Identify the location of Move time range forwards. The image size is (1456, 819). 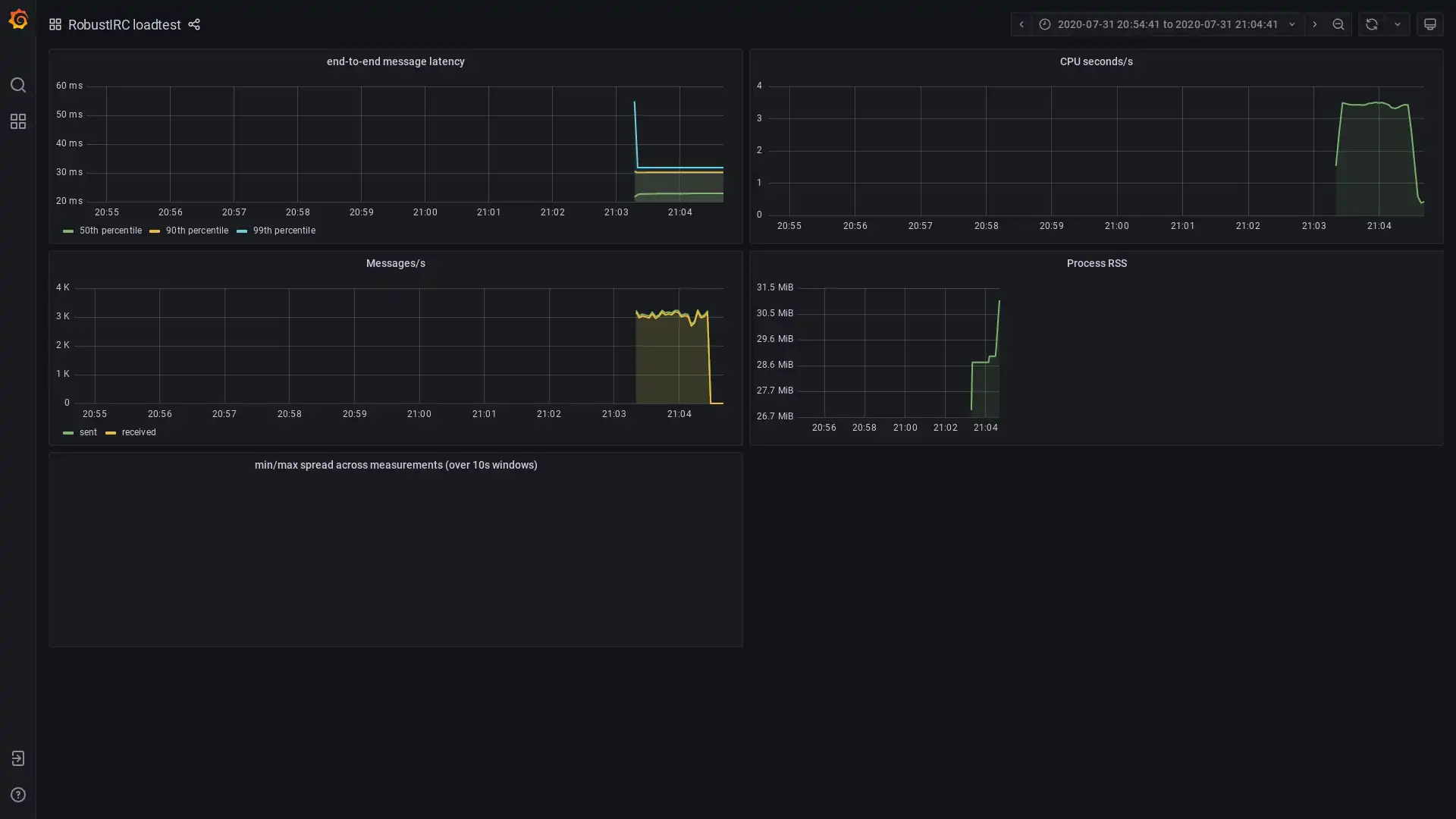
(1313, 24).